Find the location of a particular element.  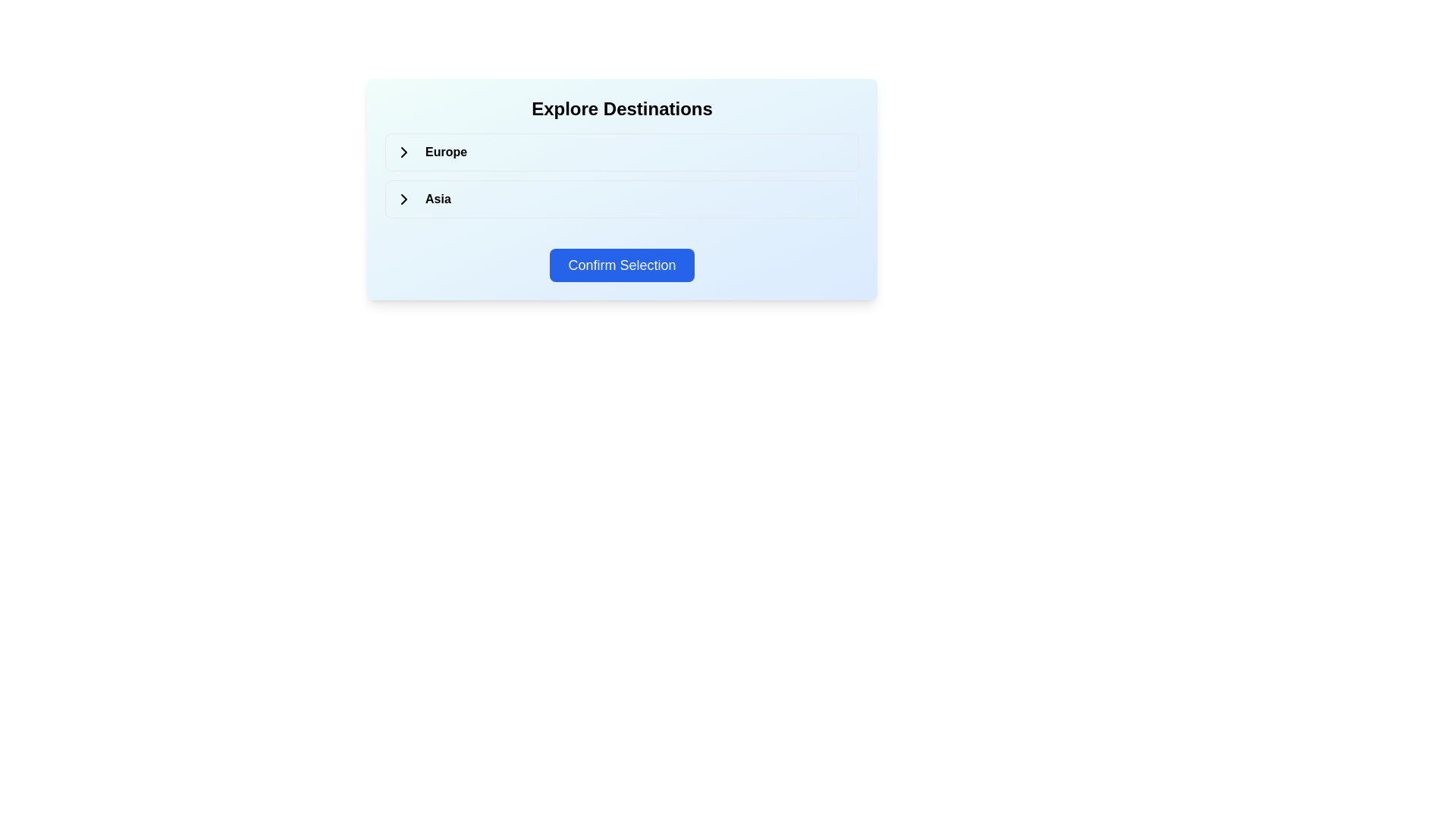

the chevron-right icon located to the left of the text 'Europe' is located at coordinates (403, 152).